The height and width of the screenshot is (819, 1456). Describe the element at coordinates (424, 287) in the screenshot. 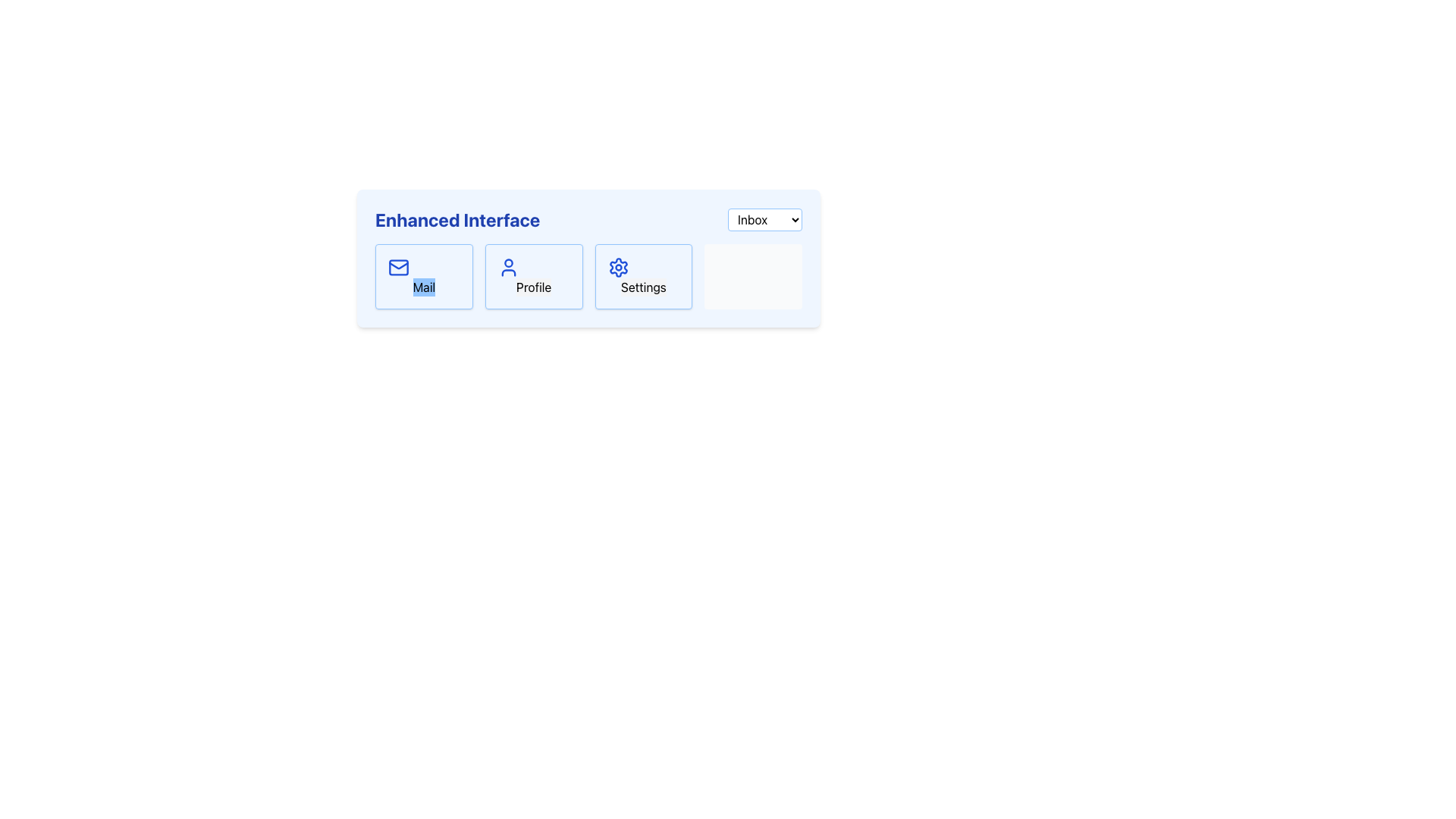

I see `the 'Mail' button located` at that location.